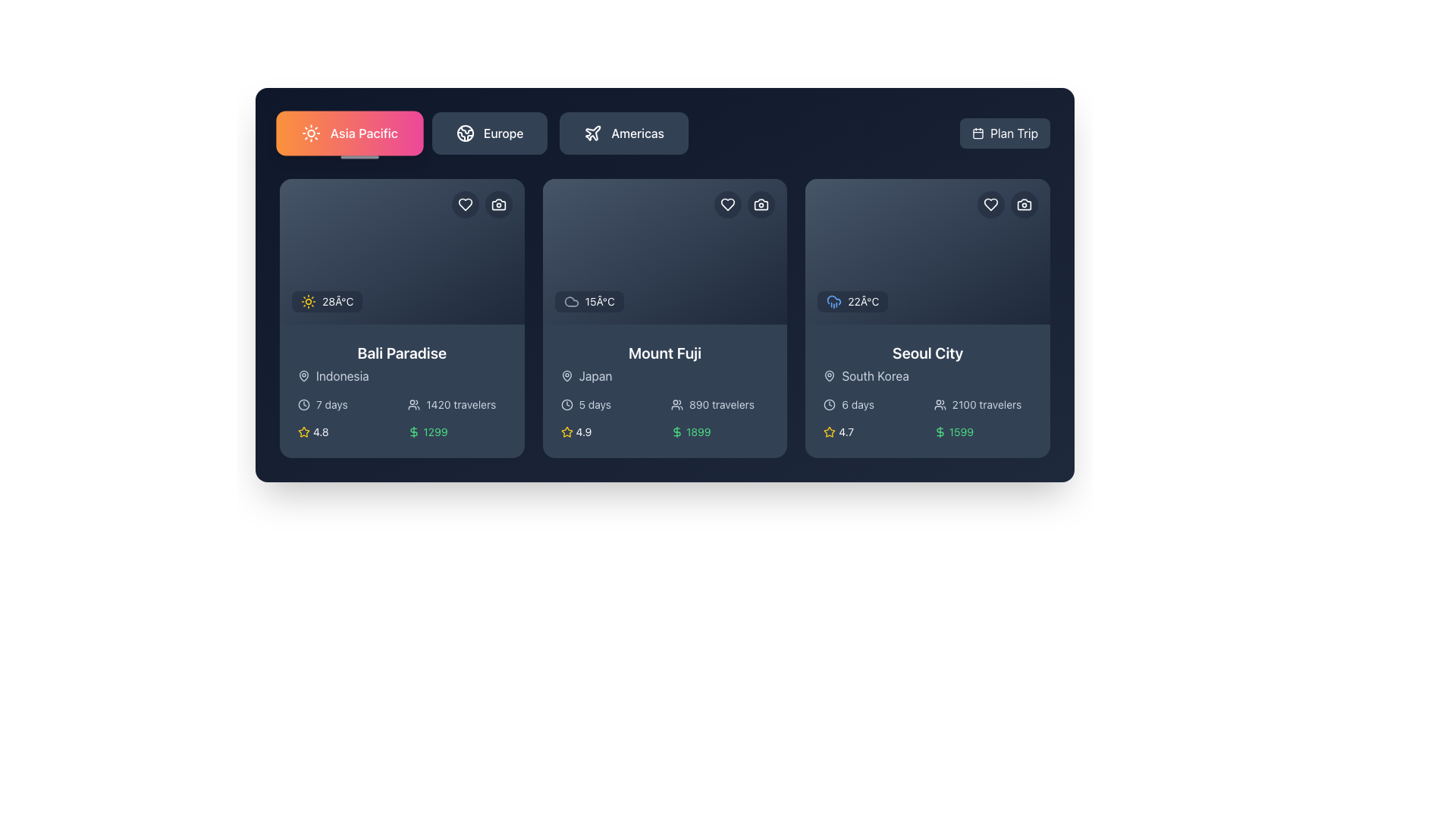  What do you see at coordinates (829, 403) in the screenshot?
I see `the clock icon indicating the trip duration of '6 days' located to the left of the text within the 'Seoul City' card` at bounding box center [829, 403].